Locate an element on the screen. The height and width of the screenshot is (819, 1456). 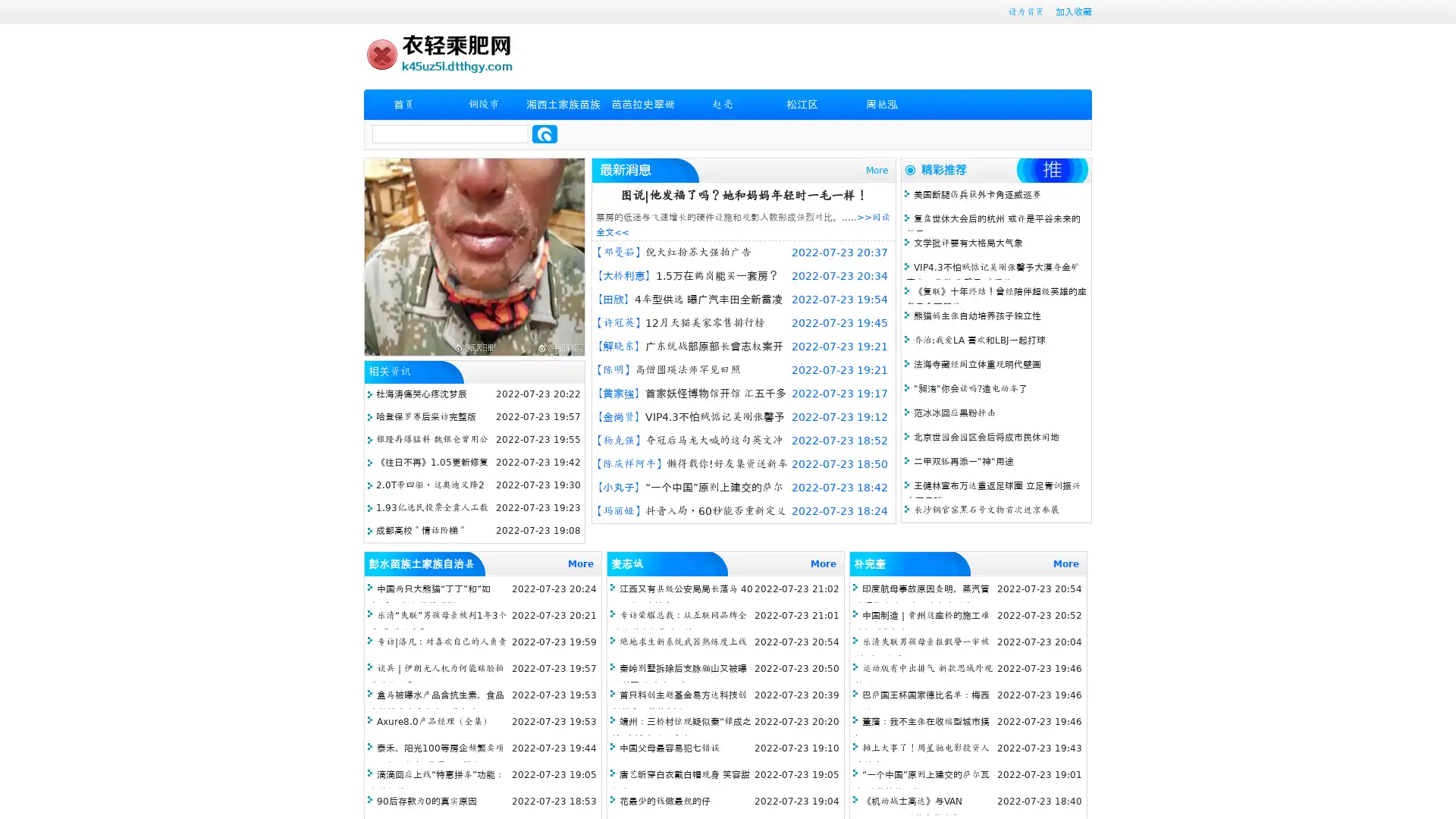
Search is located at coordinates (544, 133).